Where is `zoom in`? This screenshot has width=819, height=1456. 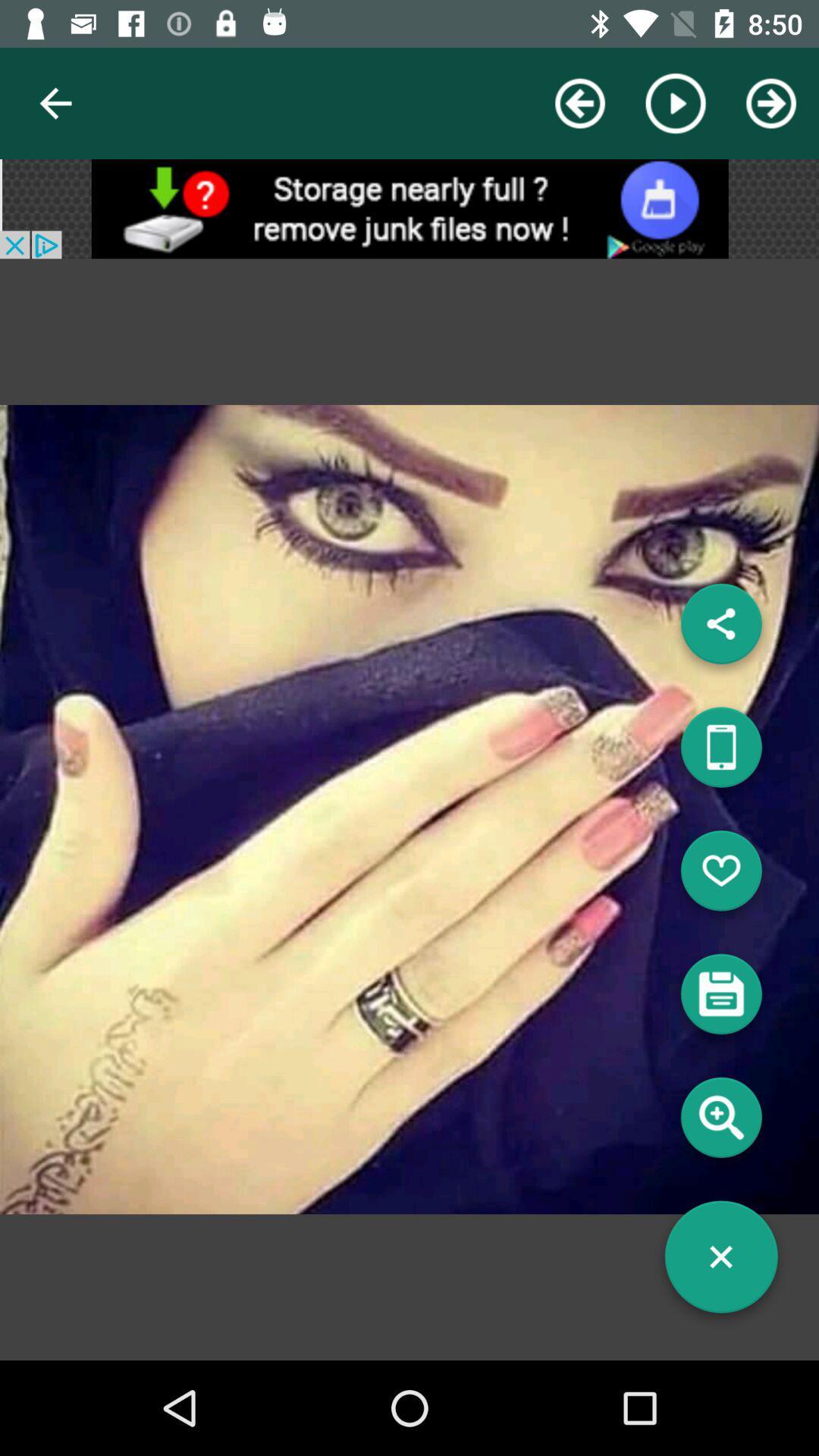
zoom in is located at coordinates (720, 1123).